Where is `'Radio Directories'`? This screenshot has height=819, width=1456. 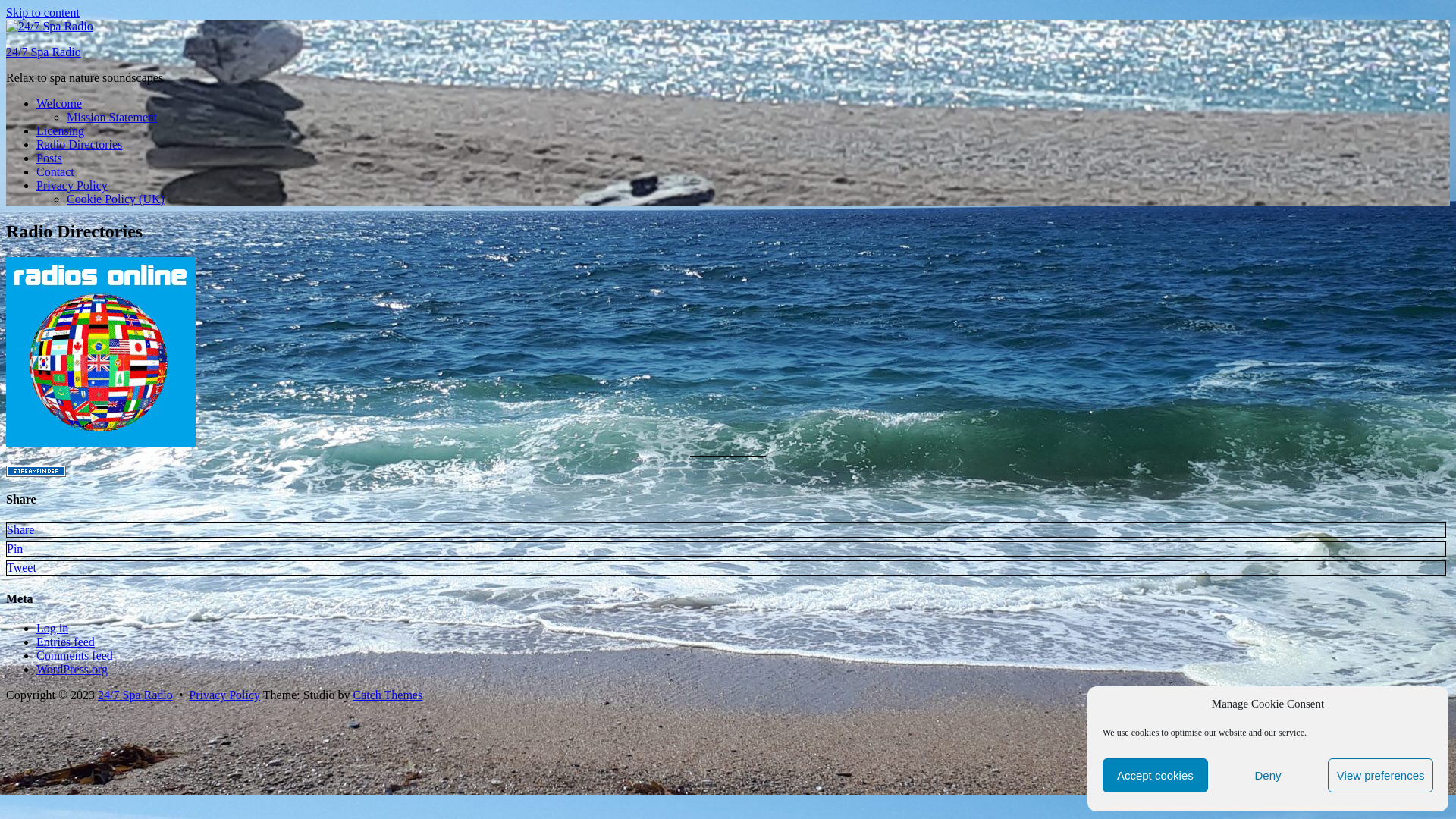
'Radio Directories' is located at coordinates (36, 144).